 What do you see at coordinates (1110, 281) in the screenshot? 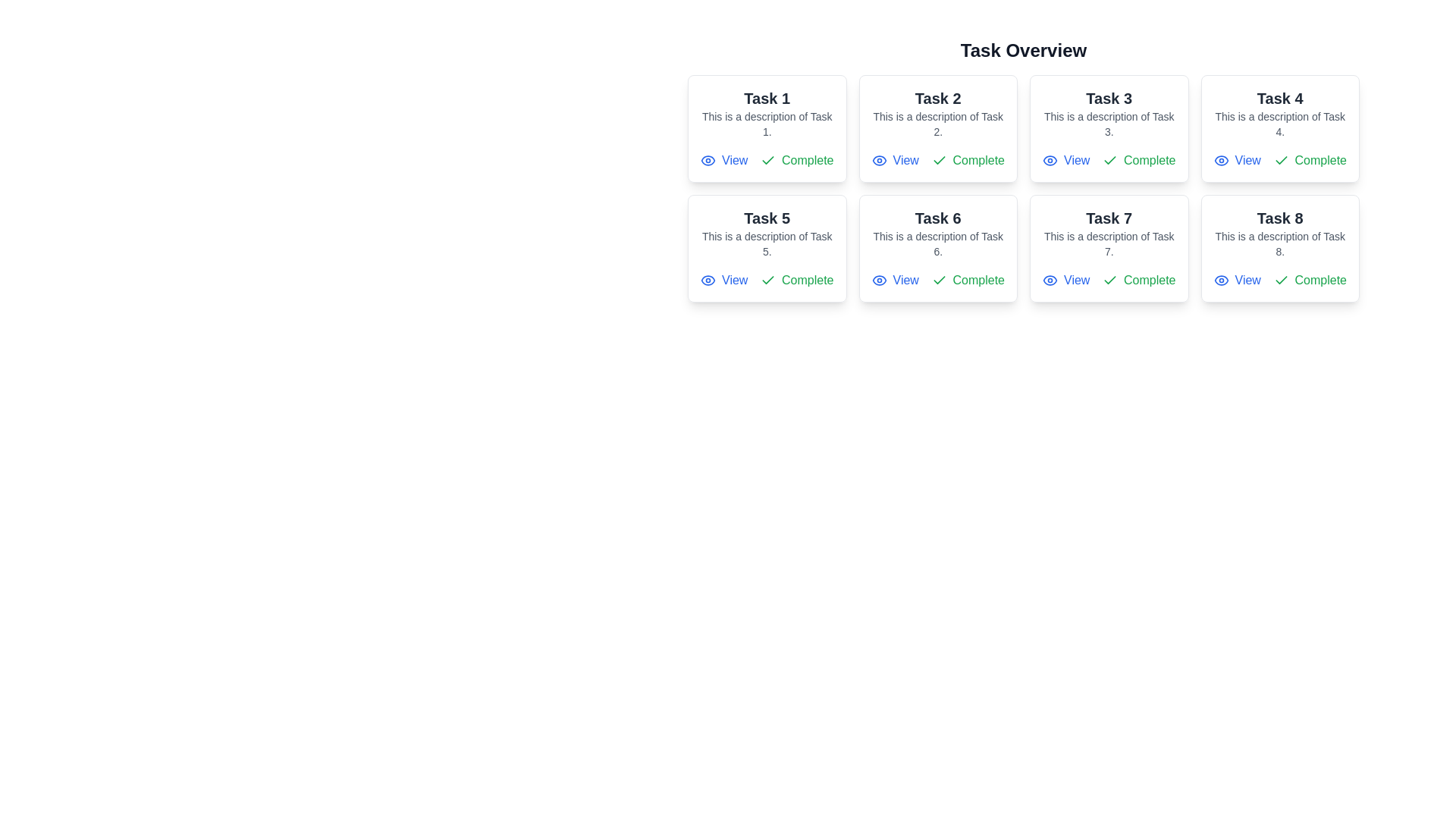
I see `the completion icon located to the left of the 'Complete' text in the 'Task Overview' section to mark 'Task 7' as completed` at bounding box center [1110, 281].